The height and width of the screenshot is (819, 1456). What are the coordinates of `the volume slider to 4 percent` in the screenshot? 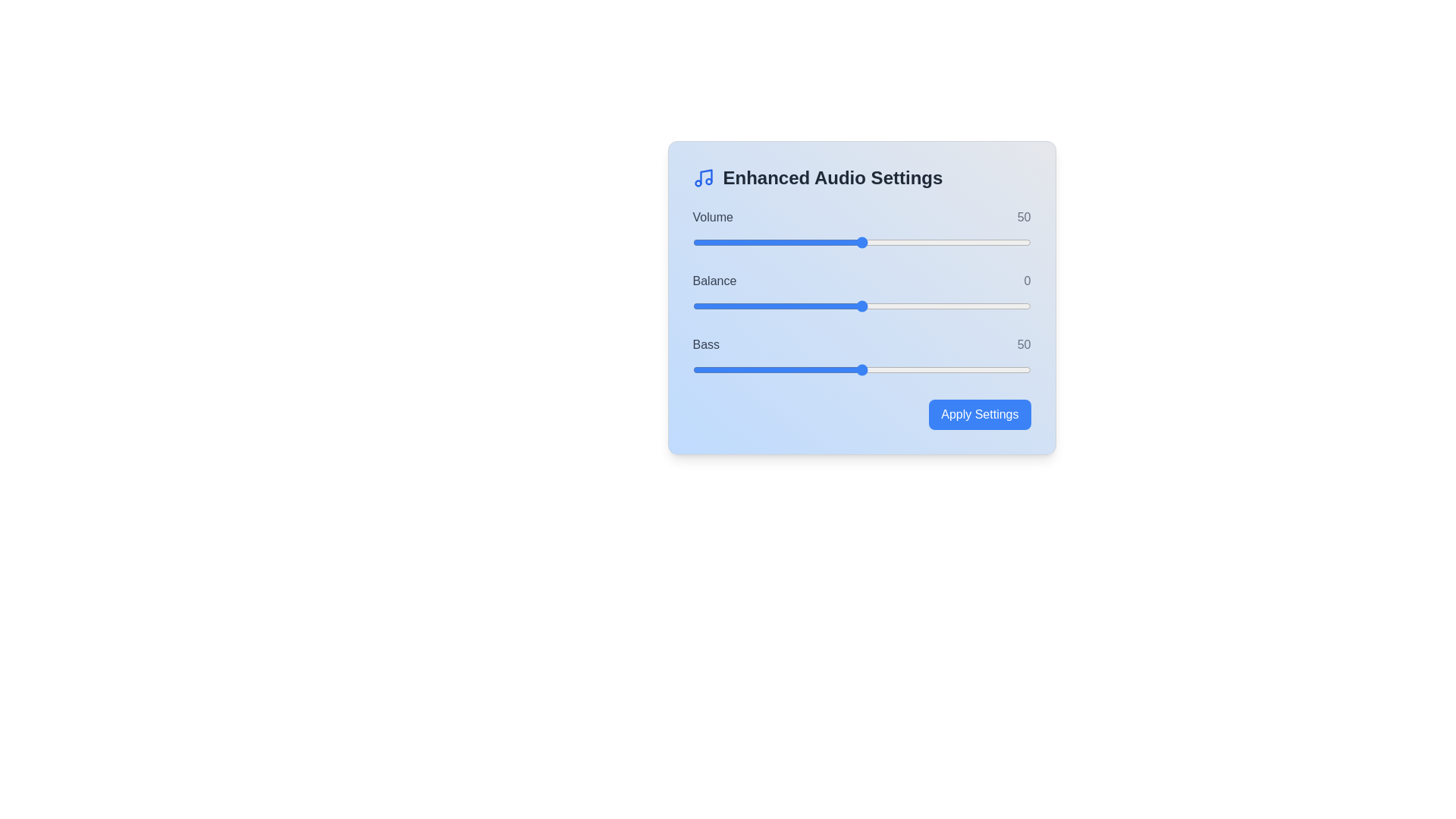 It's located at (705, 242).